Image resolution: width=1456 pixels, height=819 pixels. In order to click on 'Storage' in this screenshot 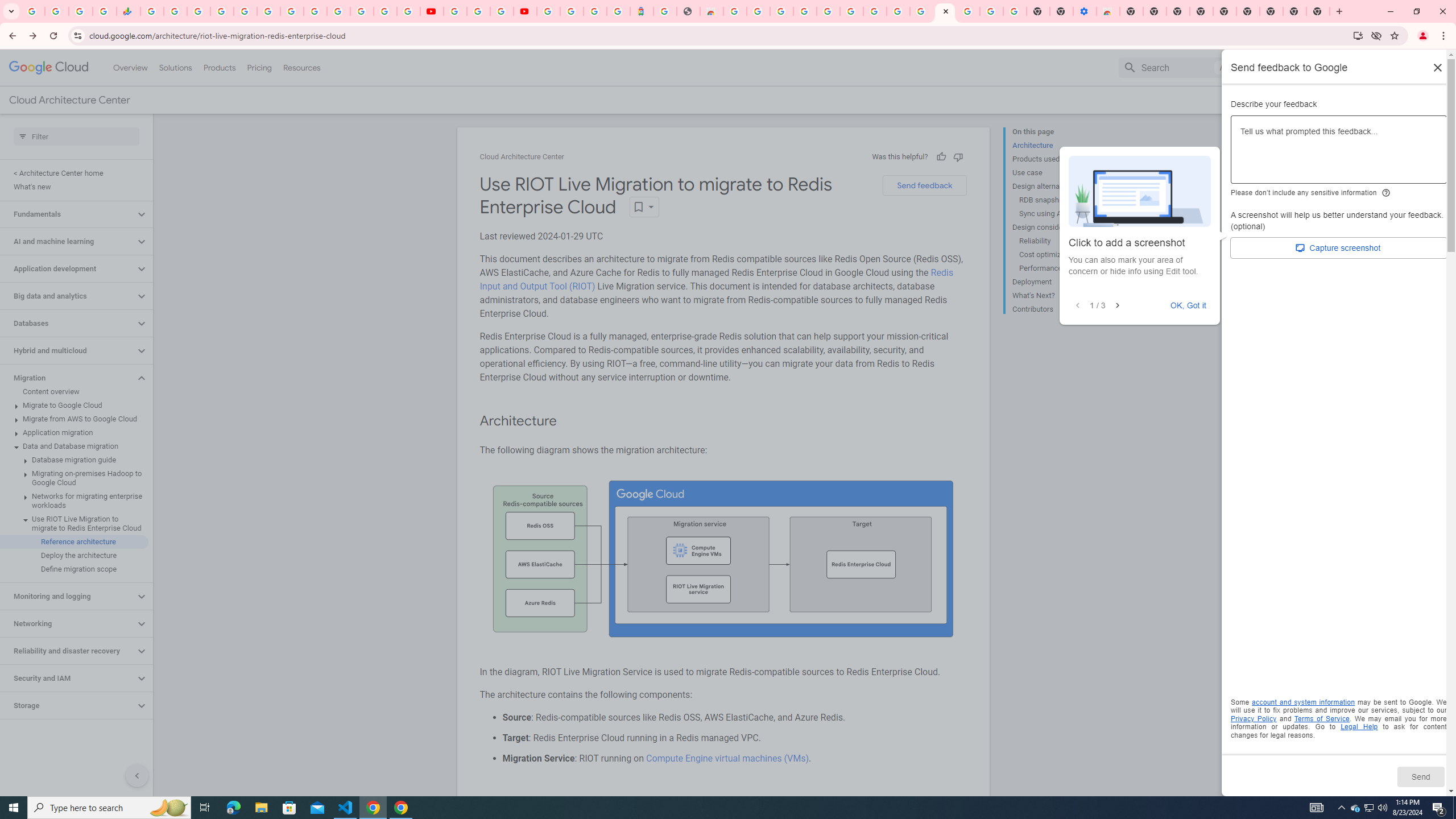, I will do `click(67, 705)`.